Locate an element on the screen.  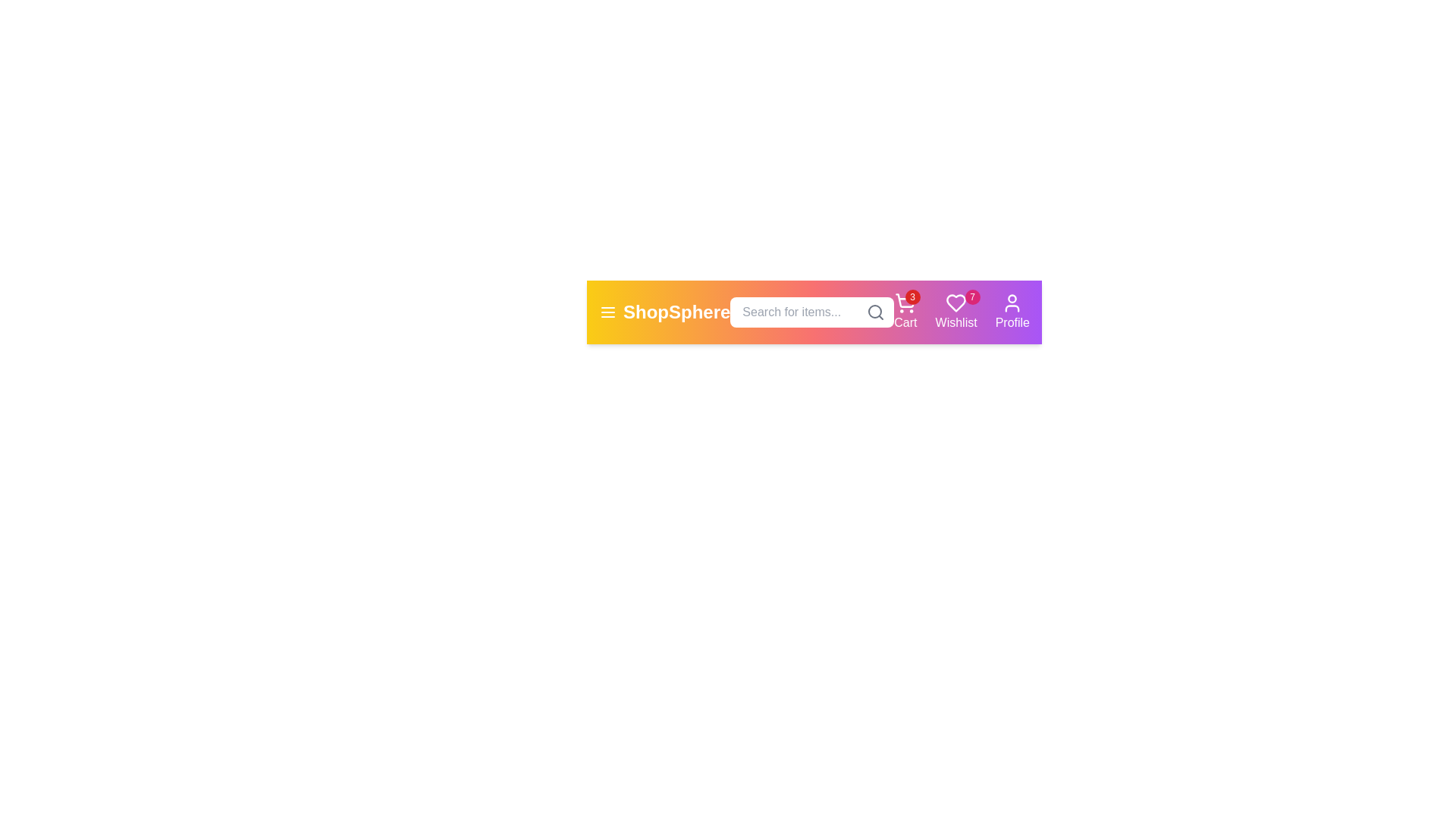
the menu icon to toggle the menu is located at coordinates (607, 312).